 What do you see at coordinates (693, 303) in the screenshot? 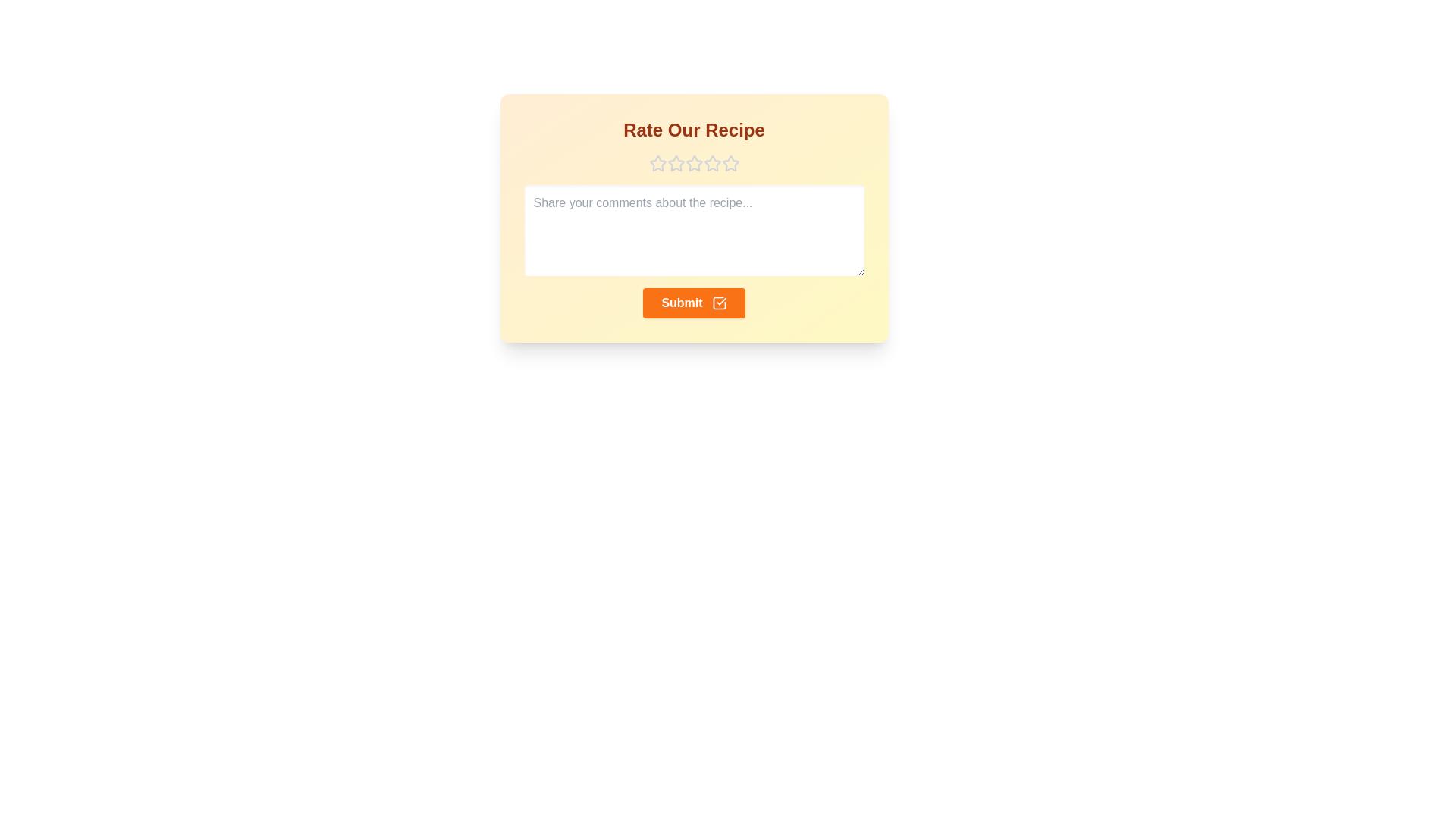
I see `the submit button` at bounding box center [693, 303].